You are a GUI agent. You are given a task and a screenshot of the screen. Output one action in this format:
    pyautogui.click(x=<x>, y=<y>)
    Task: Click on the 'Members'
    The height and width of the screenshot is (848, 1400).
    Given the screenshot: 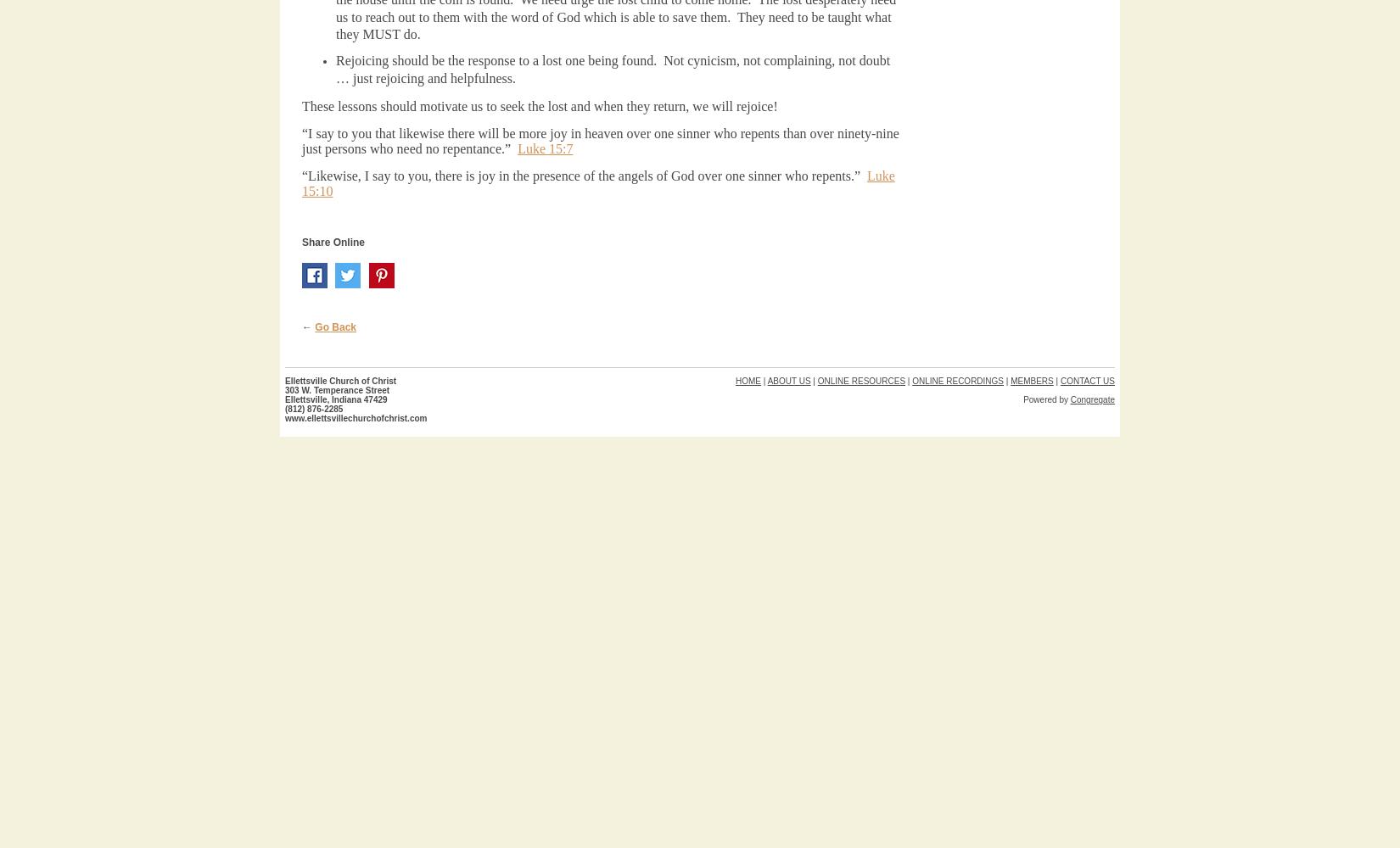 What is the action you would take?
    pyautogui.click(x=1032, y=380)
    